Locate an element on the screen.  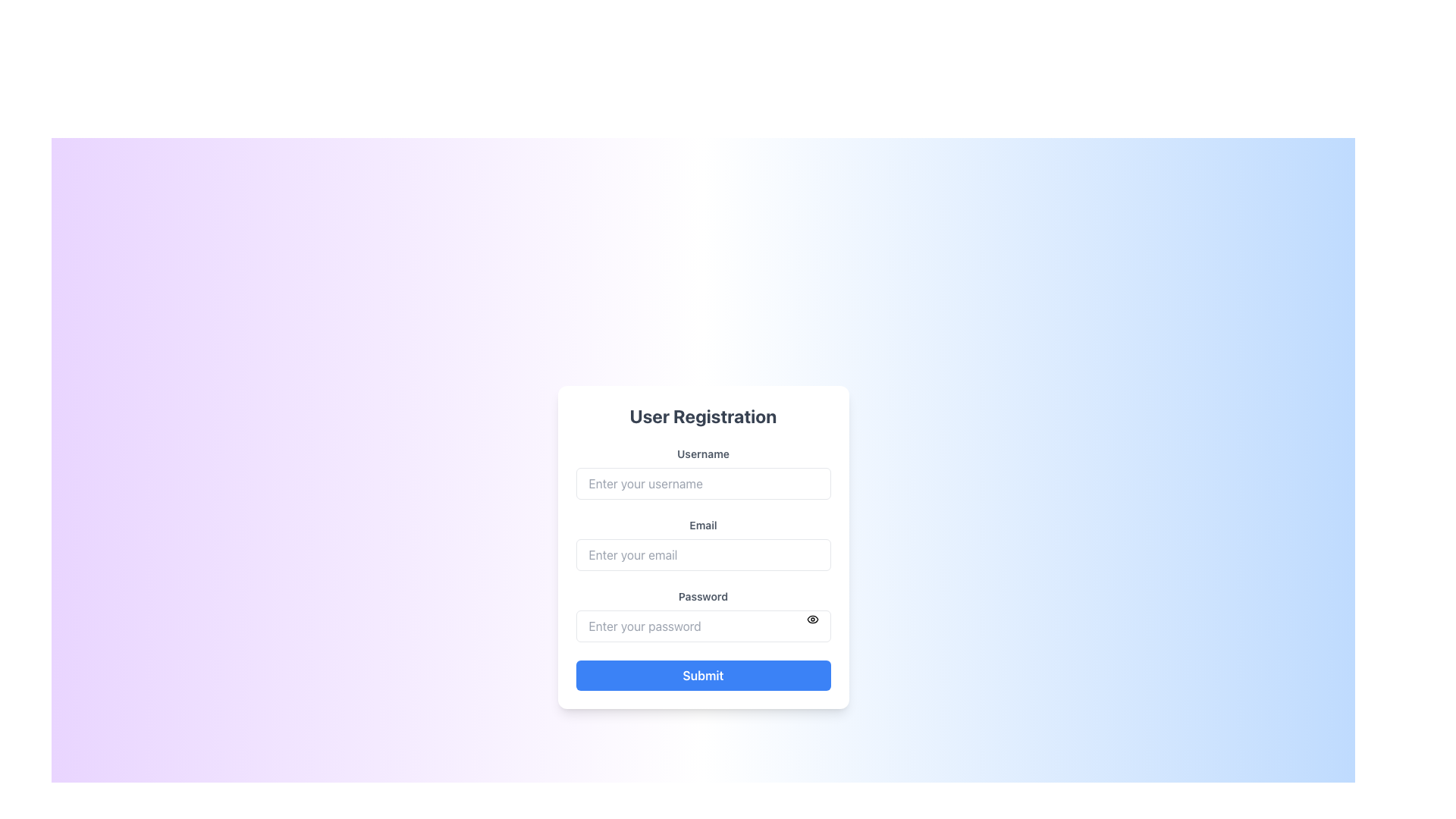
the 'User Registration' header text which is bold, large, and centrally aligned at the top of a white card is located at coordinates (702, 416).